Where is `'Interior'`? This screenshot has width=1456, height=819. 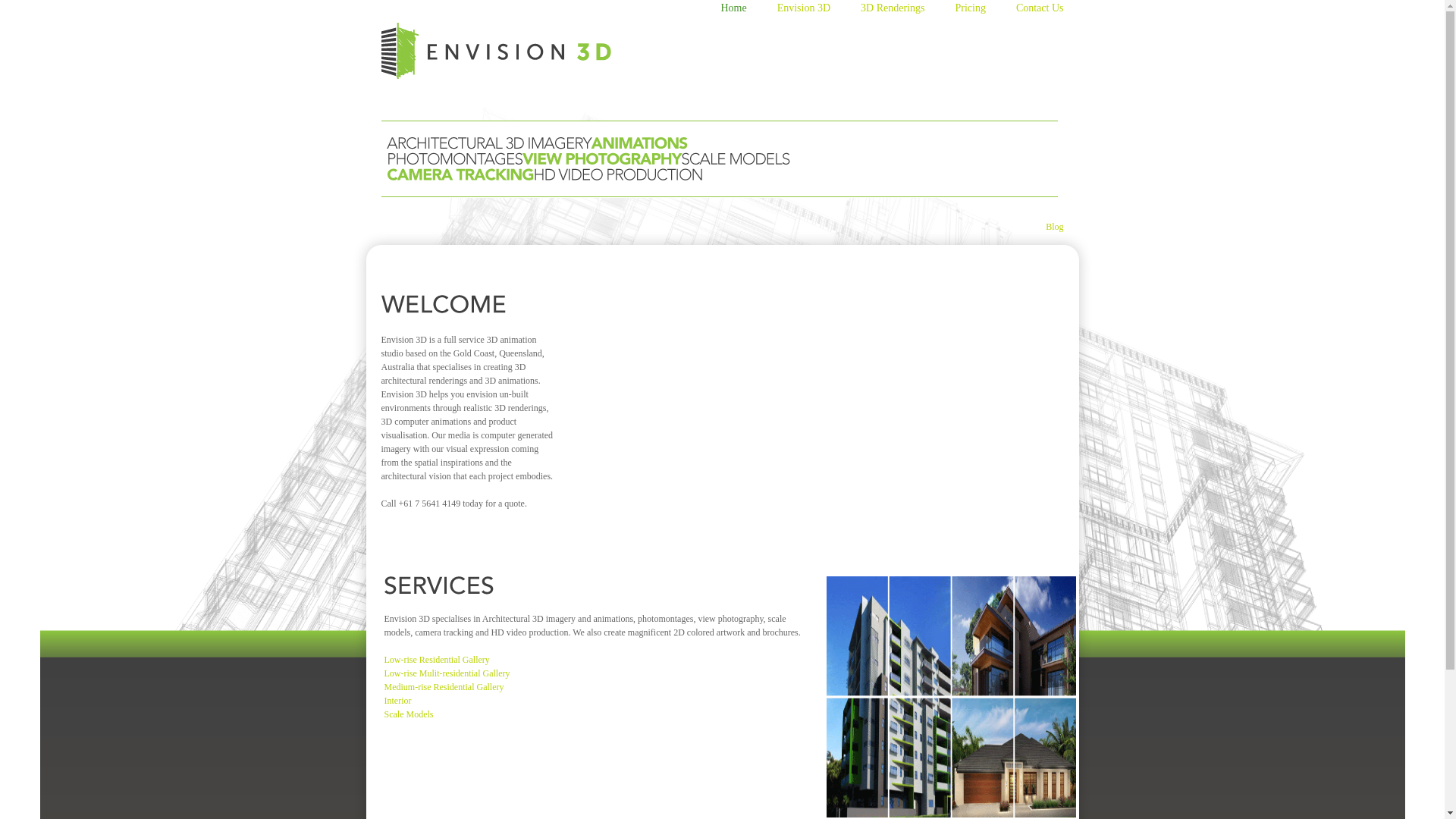
'Interior' is located at coordinates (397, 701).